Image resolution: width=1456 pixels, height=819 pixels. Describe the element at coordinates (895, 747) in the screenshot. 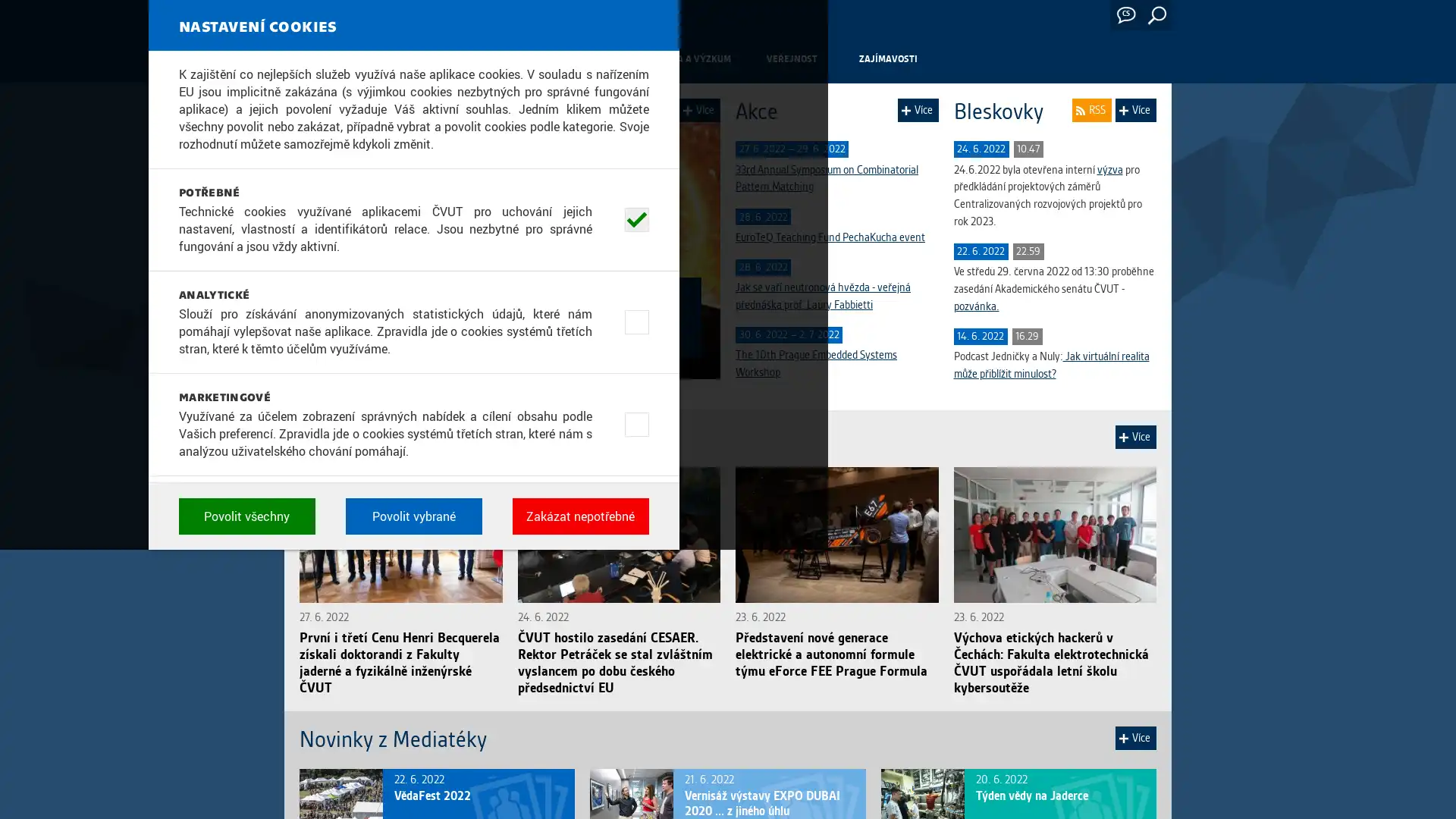

I see `Zakazat nepotrebne` at that location.